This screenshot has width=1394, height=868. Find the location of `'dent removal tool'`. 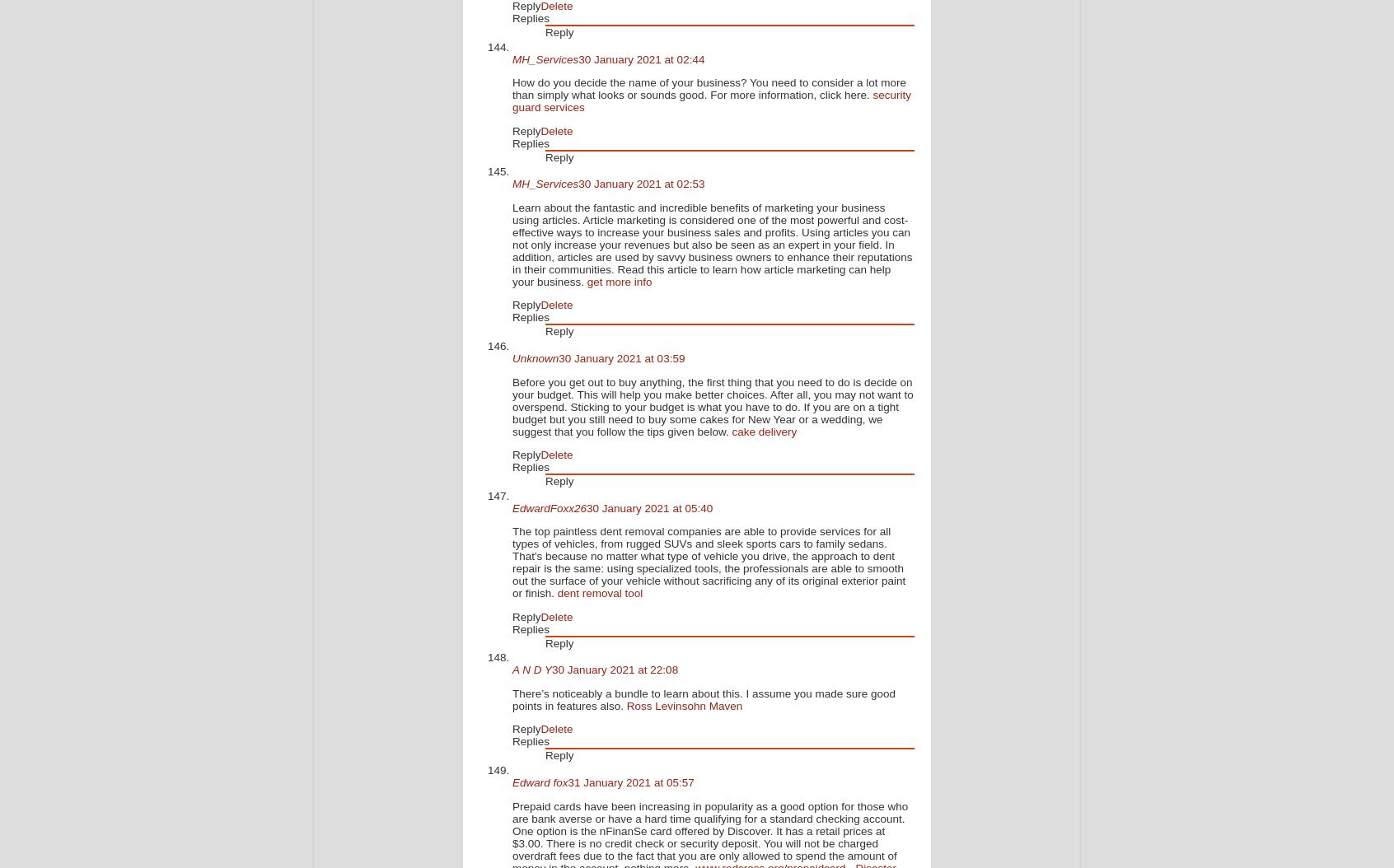

'dent removal tool' is located at coordinates (556, 592).